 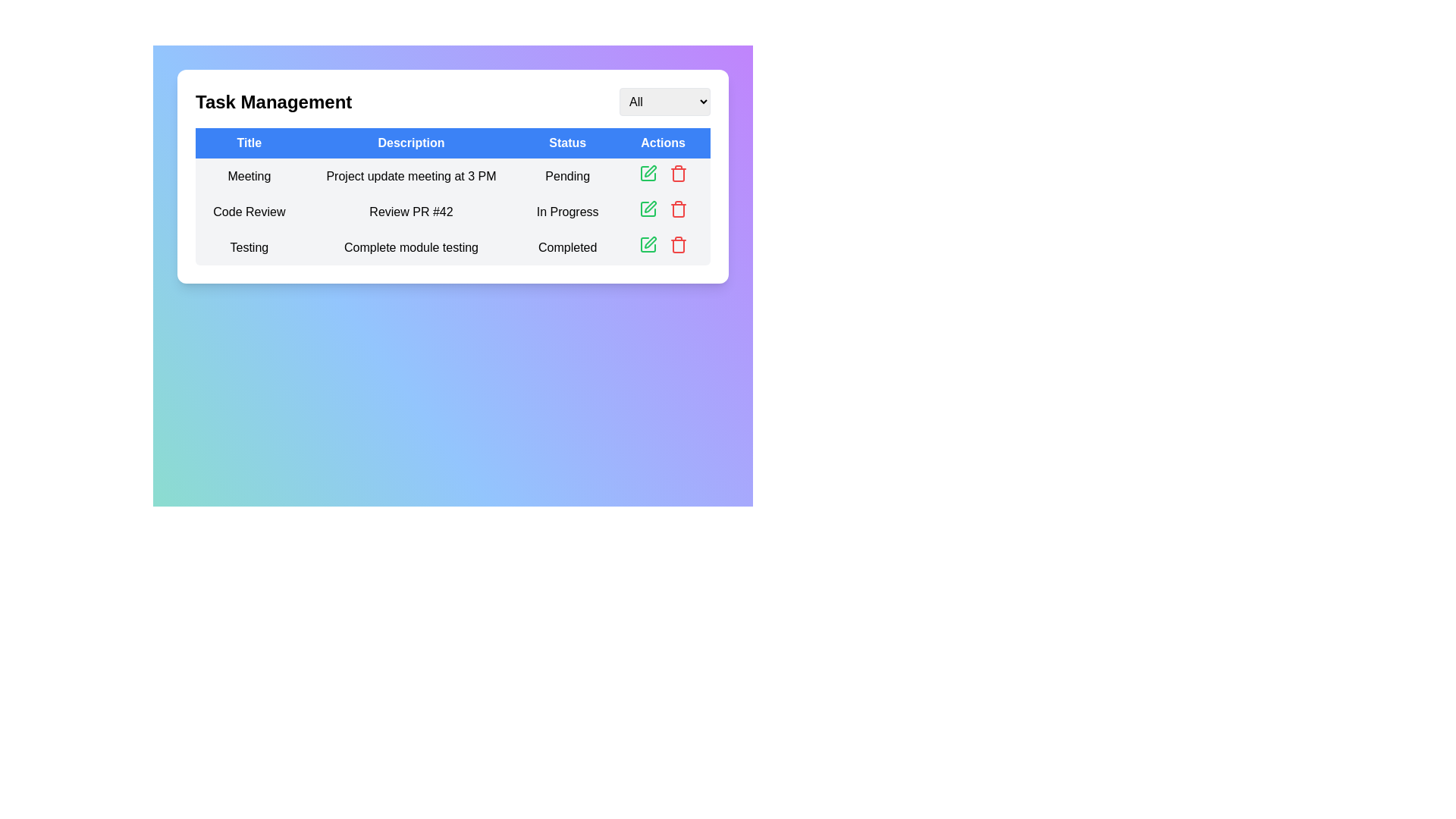 I want to click on the Static Text Label displaying 'In Progress' located in the third column of the second row under the 'Status' header, so click(x=566, y=212).